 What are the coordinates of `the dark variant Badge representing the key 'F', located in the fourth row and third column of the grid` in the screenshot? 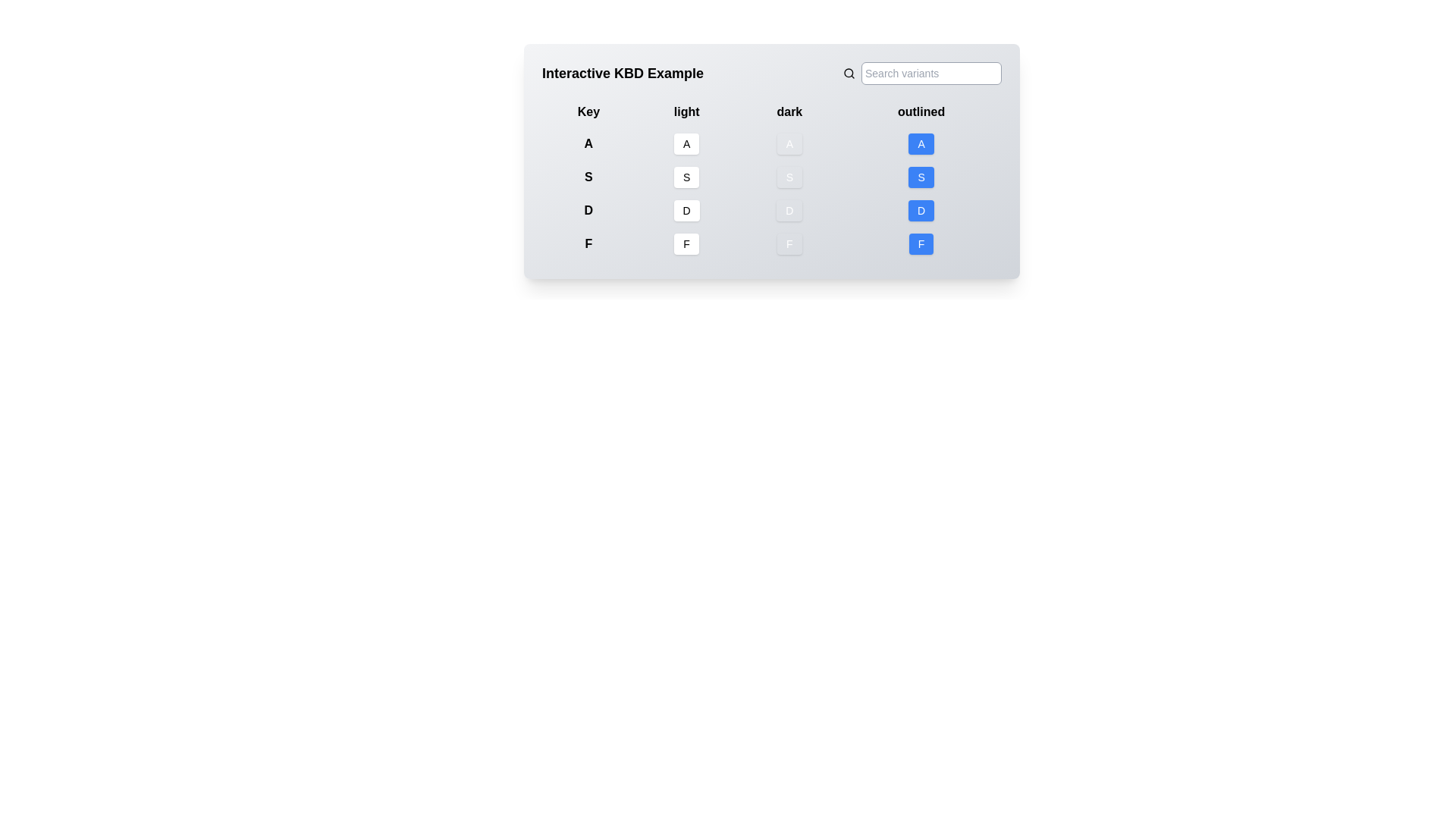 It's located at (789, 243).